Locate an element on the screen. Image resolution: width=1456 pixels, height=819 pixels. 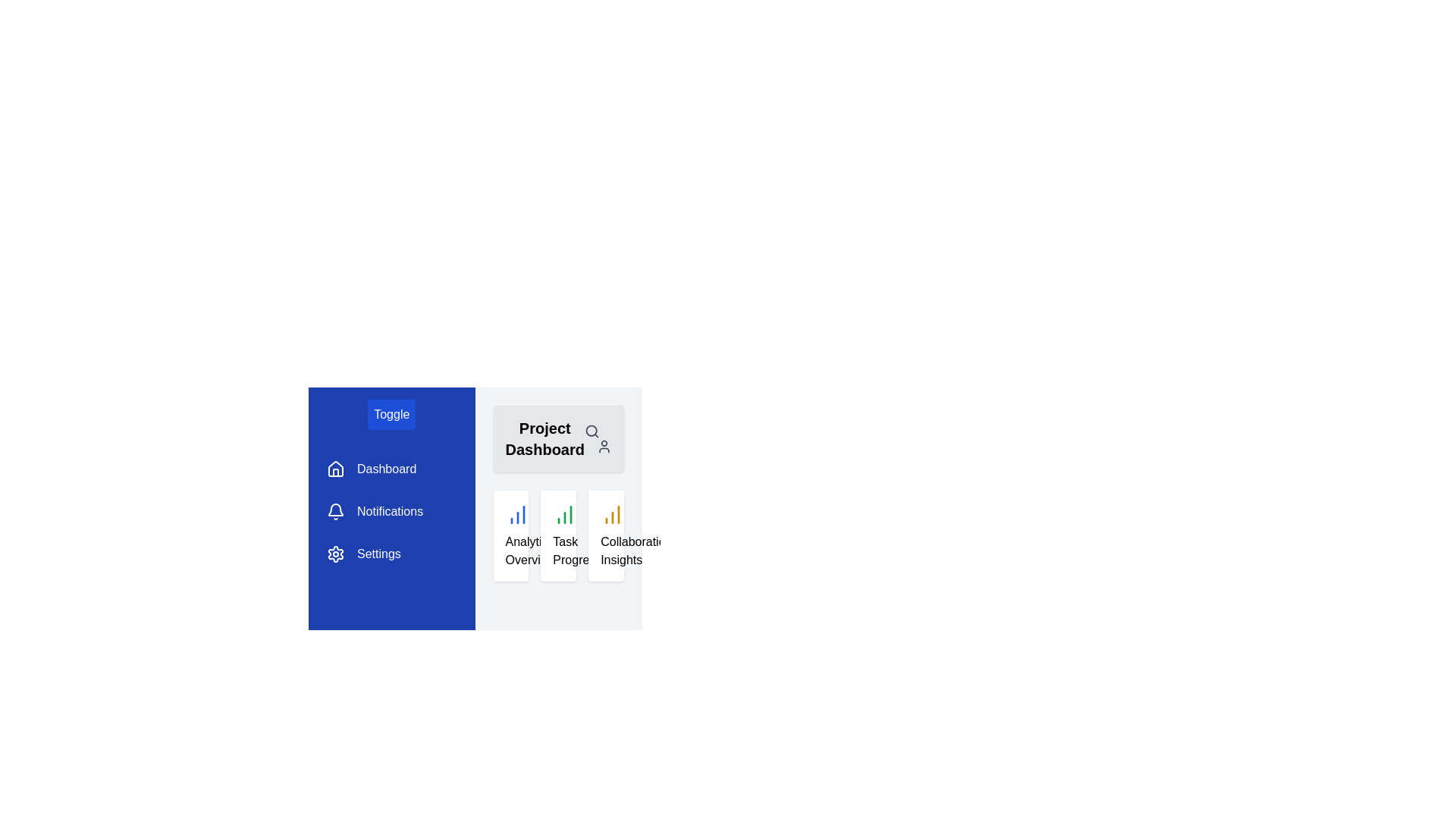
the user icon, which is the second icon in the top-right group of icons on the project dashboard is located at coordinates (603, 446).